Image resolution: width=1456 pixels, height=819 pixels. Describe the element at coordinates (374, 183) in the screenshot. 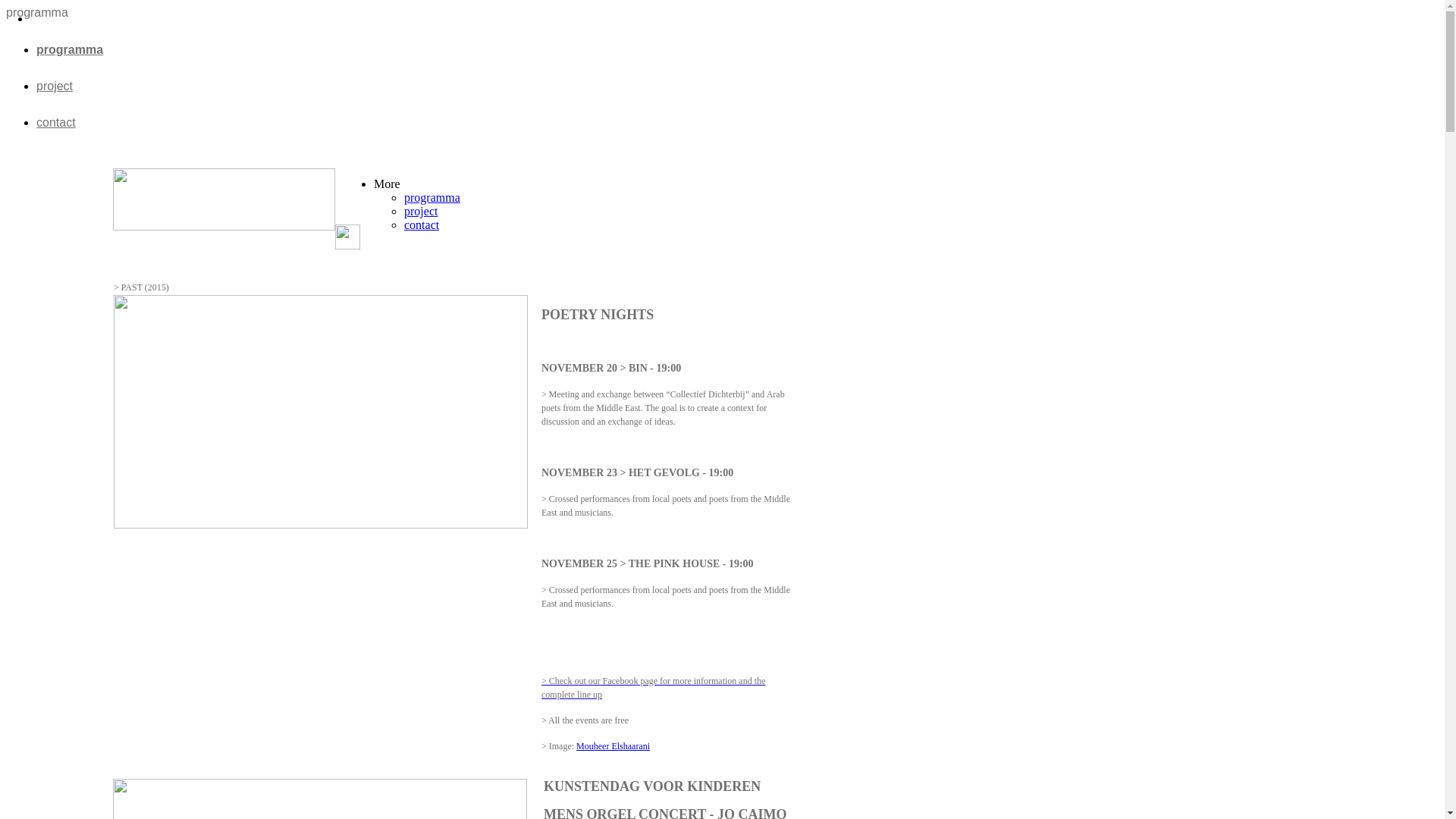

I see `'More'` at that location.